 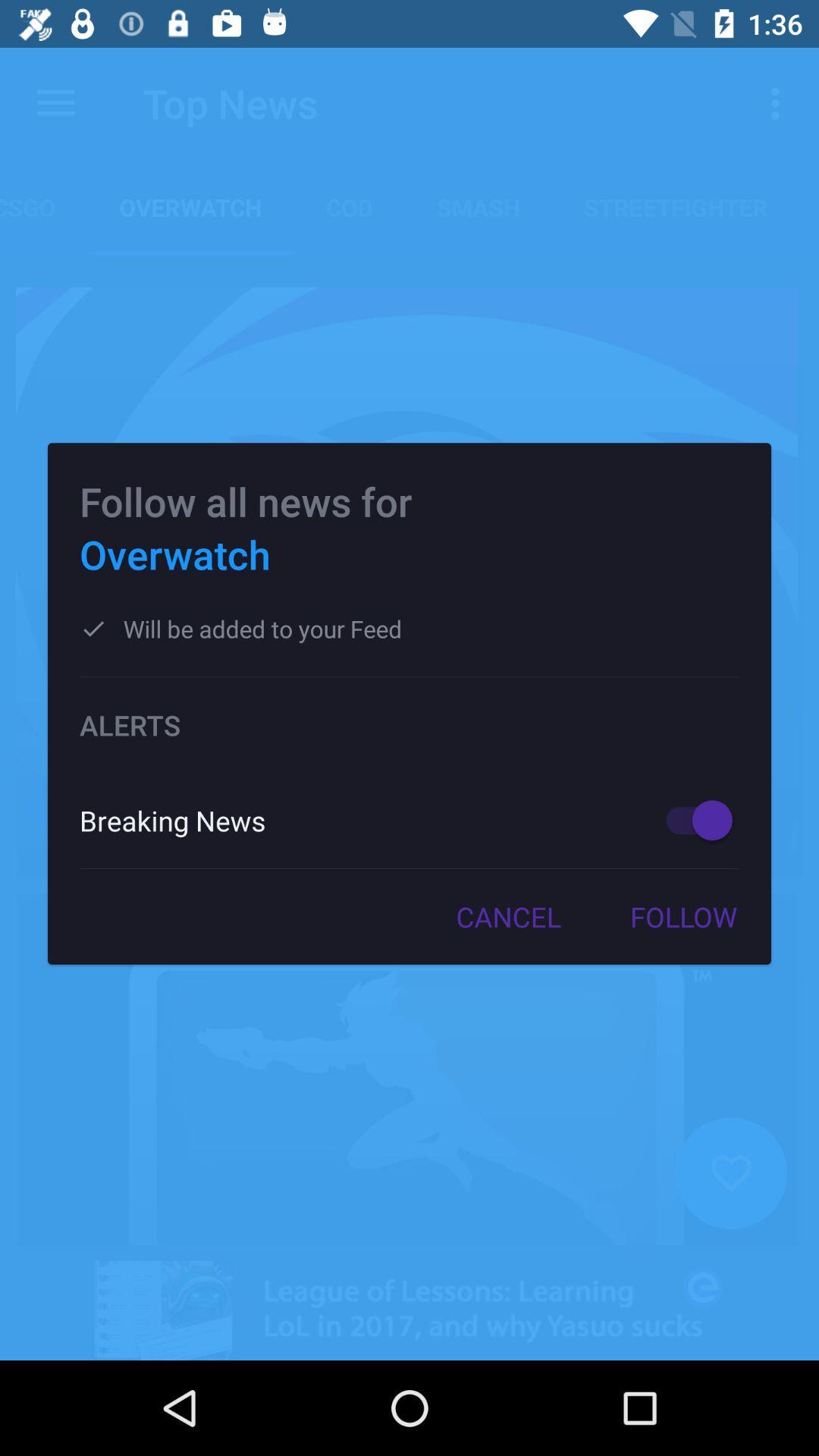 What do you see at coordinates (356, 820) in the screenshot?
I see `breaking news icon` at bounding box center [356, 820].